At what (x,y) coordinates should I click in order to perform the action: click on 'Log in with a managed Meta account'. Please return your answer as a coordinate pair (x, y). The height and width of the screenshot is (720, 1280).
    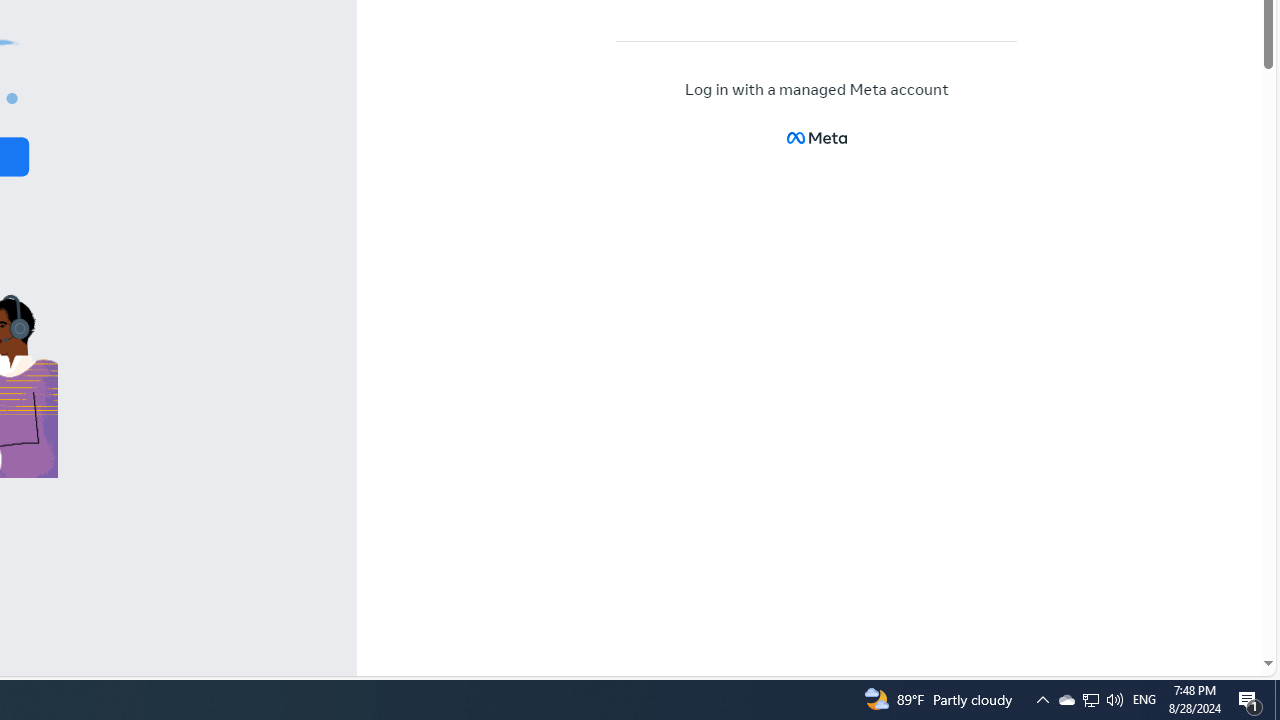
    Looking at the image, I should click on (817, 90).